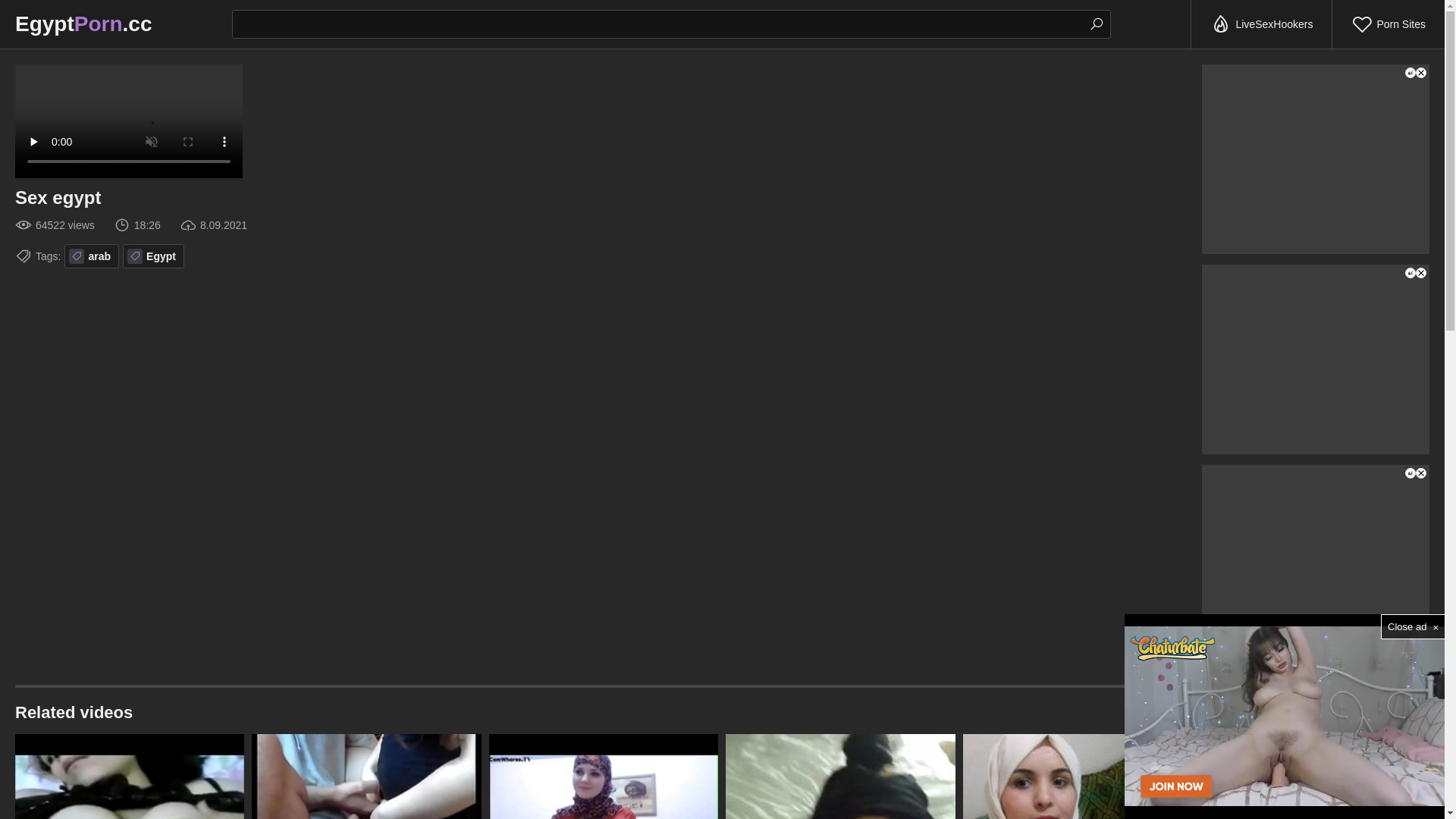 The height and width of the screenshot is (819, 1456). What do you see at coordinates (153, 256) in the screenshot?
I see `'Egypt'` at bounding box center [153, 256].